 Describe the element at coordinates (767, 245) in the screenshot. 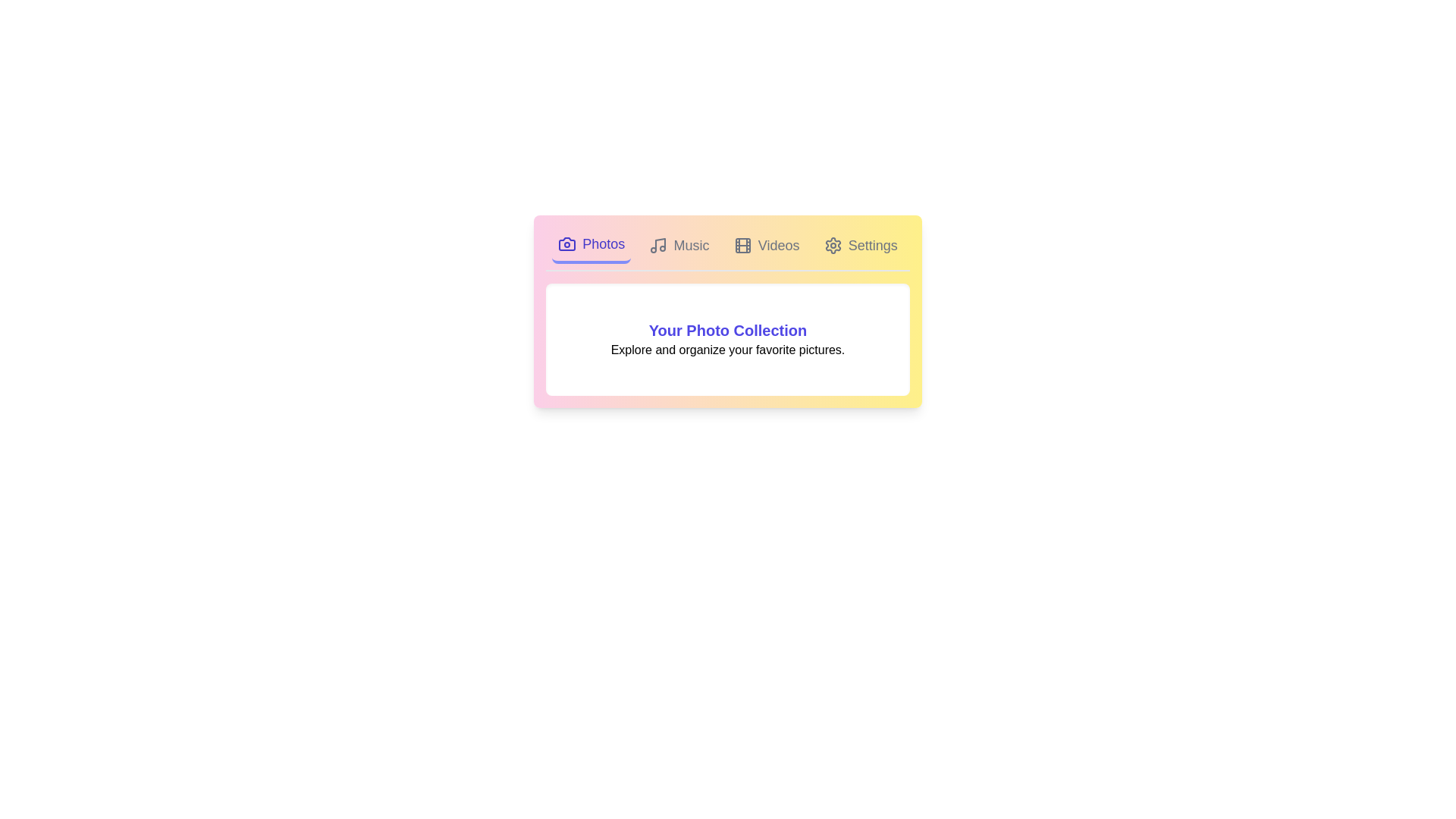

I see `the Videos tab to navigate to it` at that location.